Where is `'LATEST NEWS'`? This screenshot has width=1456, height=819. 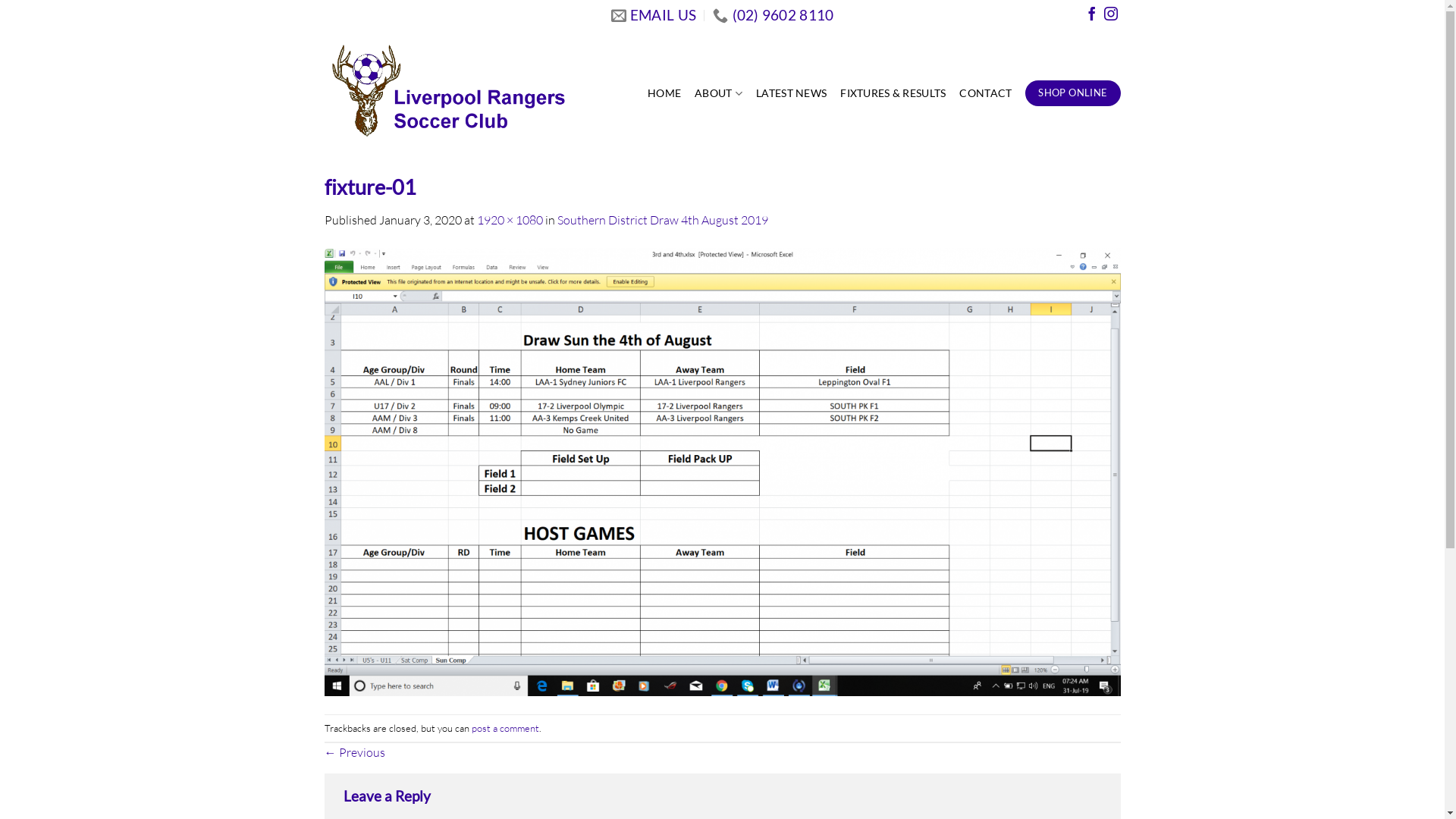 'LATEST NEWS' is located at coordinates (790, 93).